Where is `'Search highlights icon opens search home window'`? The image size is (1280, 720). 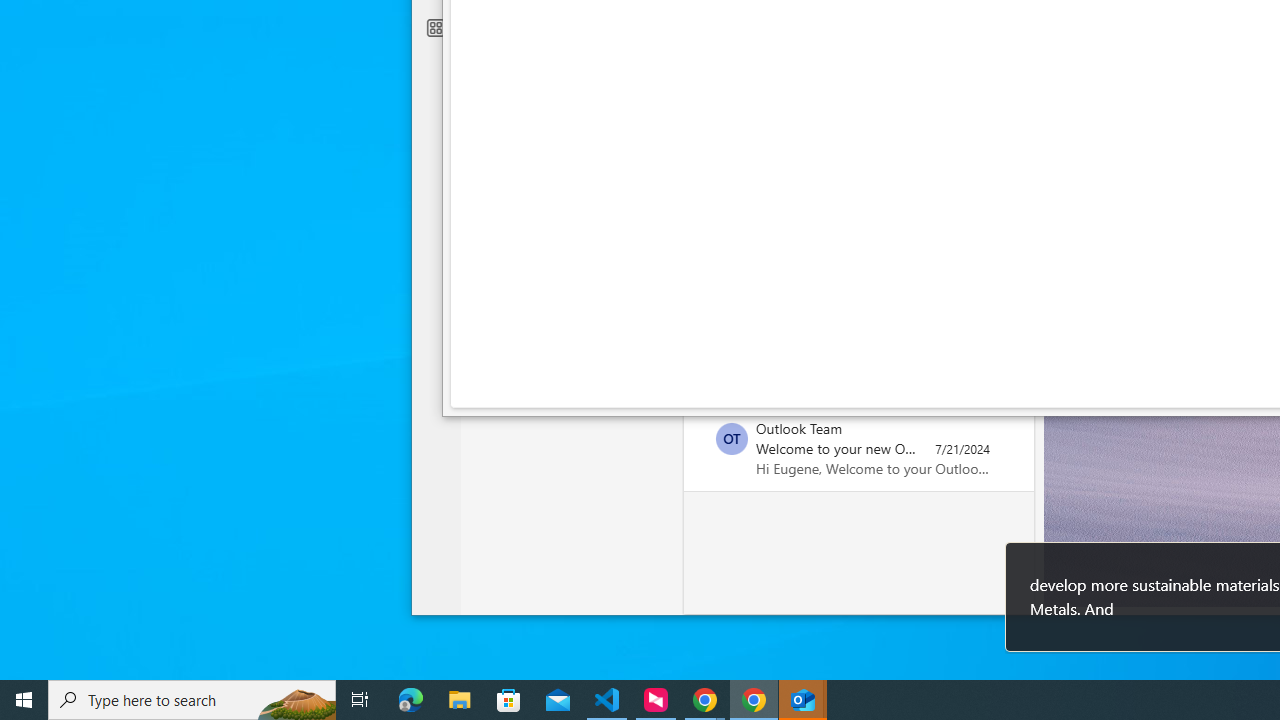 'Search highlights icon opens search home window' is located at coordinates (294, 698).